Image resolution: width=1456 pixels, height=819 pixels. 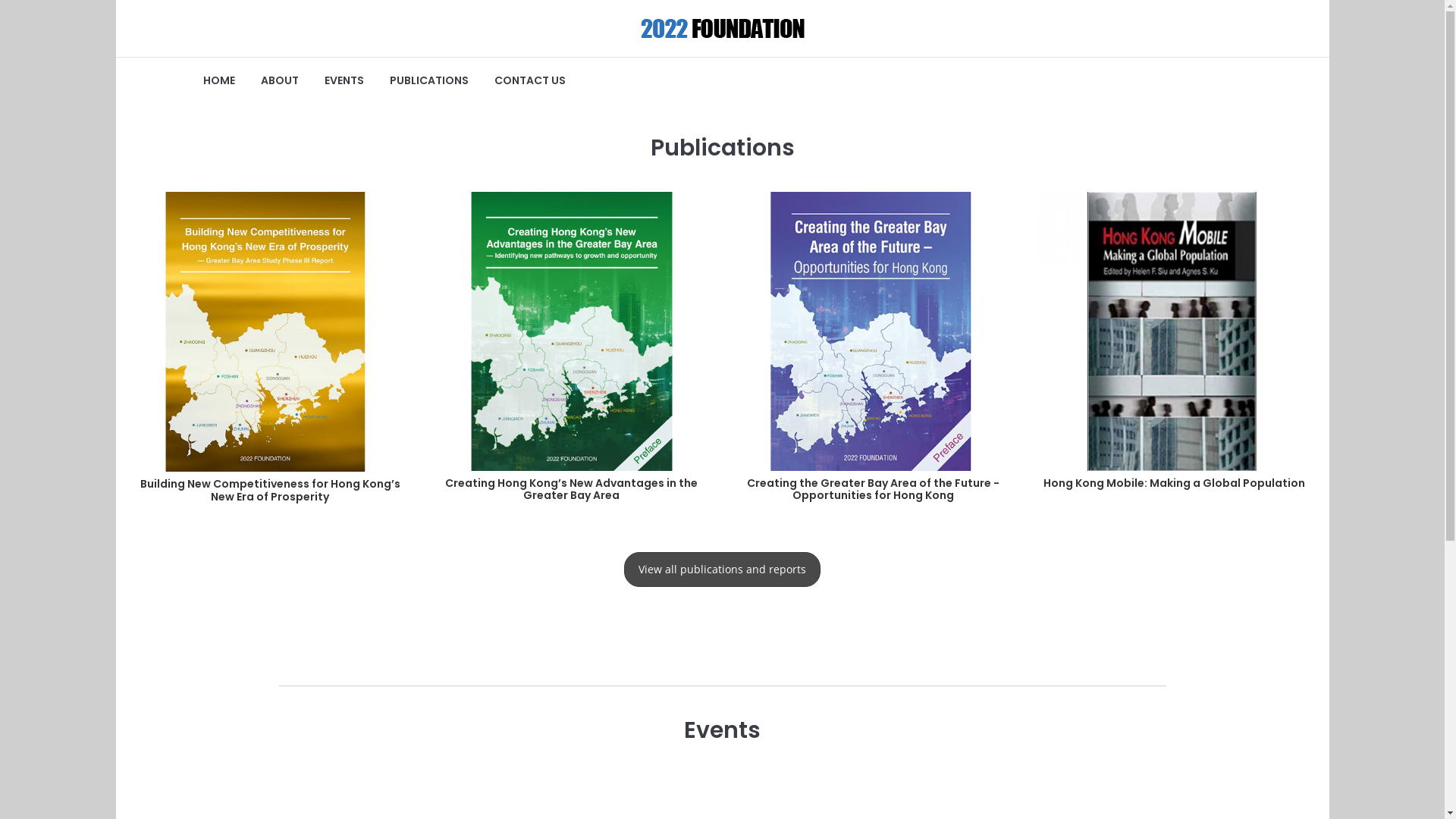 What do you see at coordinates (218, 80) in the screenshot?
I see `'HOME'` at bounding box center [218, 80].